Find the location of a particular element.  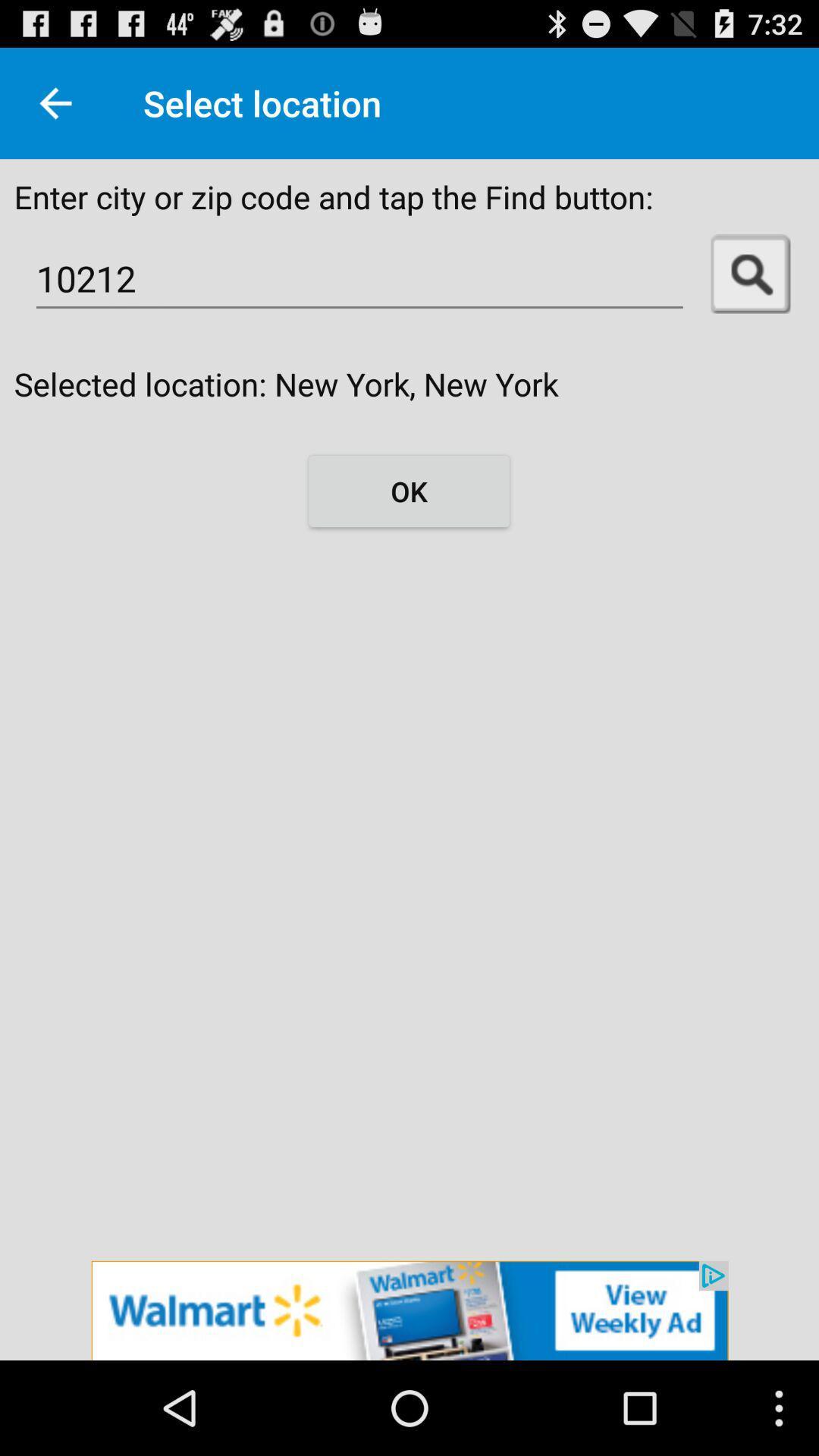

advertisement is located at coordinates (409, 1310).